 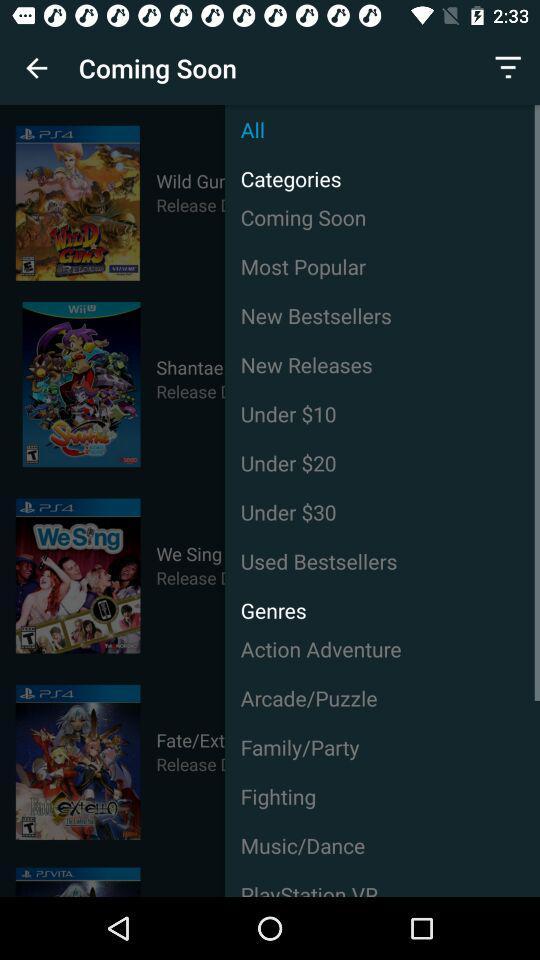 I want to click on the icon below the coming soon, so click(x=382, y=265).